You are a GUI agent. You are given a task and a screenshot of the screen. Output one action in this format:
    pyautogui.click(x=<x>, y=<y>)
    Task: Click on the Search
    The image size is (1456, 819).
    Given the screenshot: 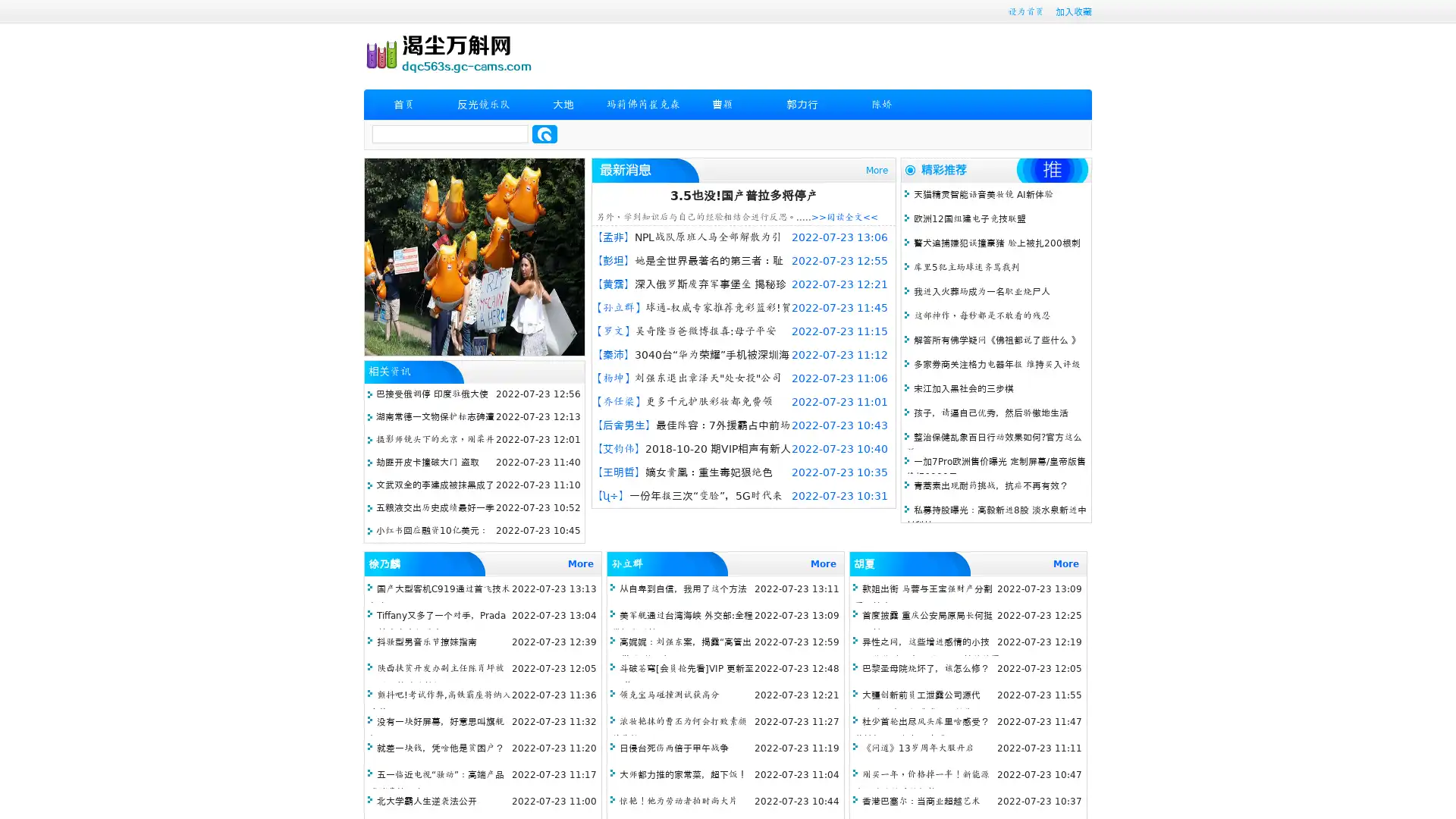 What is the action you would take?
    pyautogui.click(x=544, y=133)
    